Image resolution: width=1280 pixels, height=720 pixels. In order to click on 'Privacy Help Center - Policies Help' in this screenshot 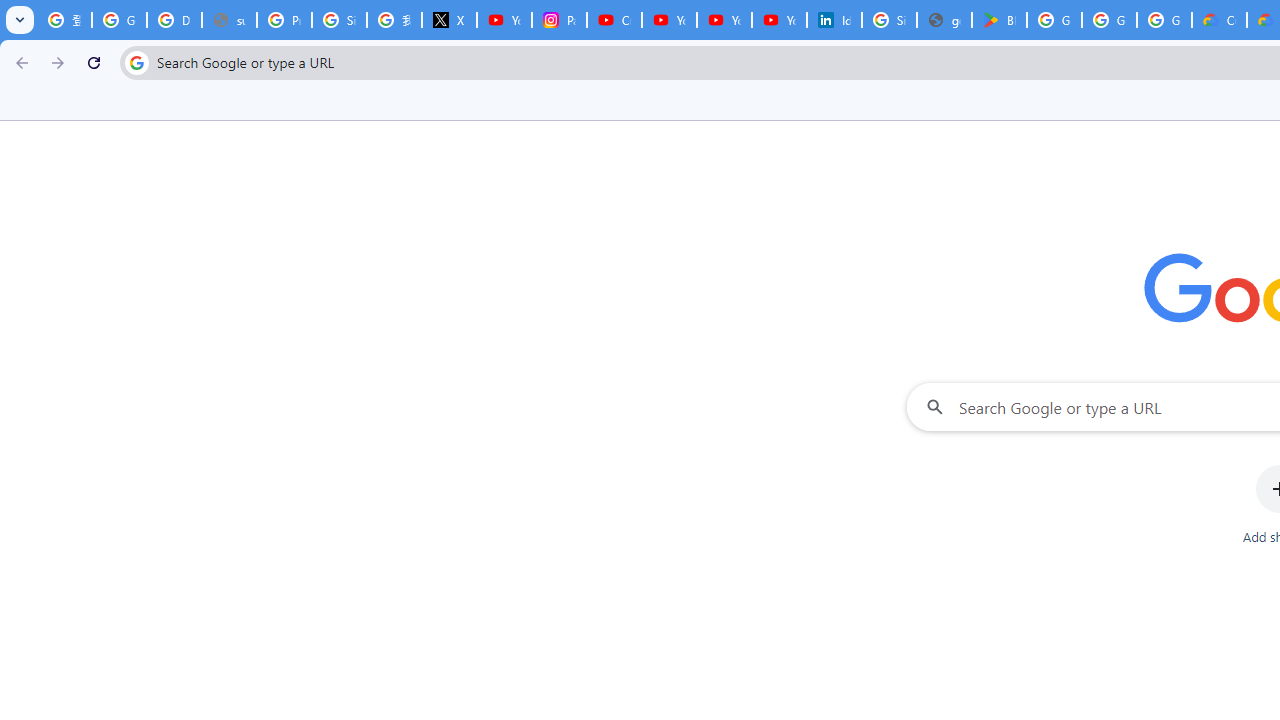, I will do `click(283, 20)`.